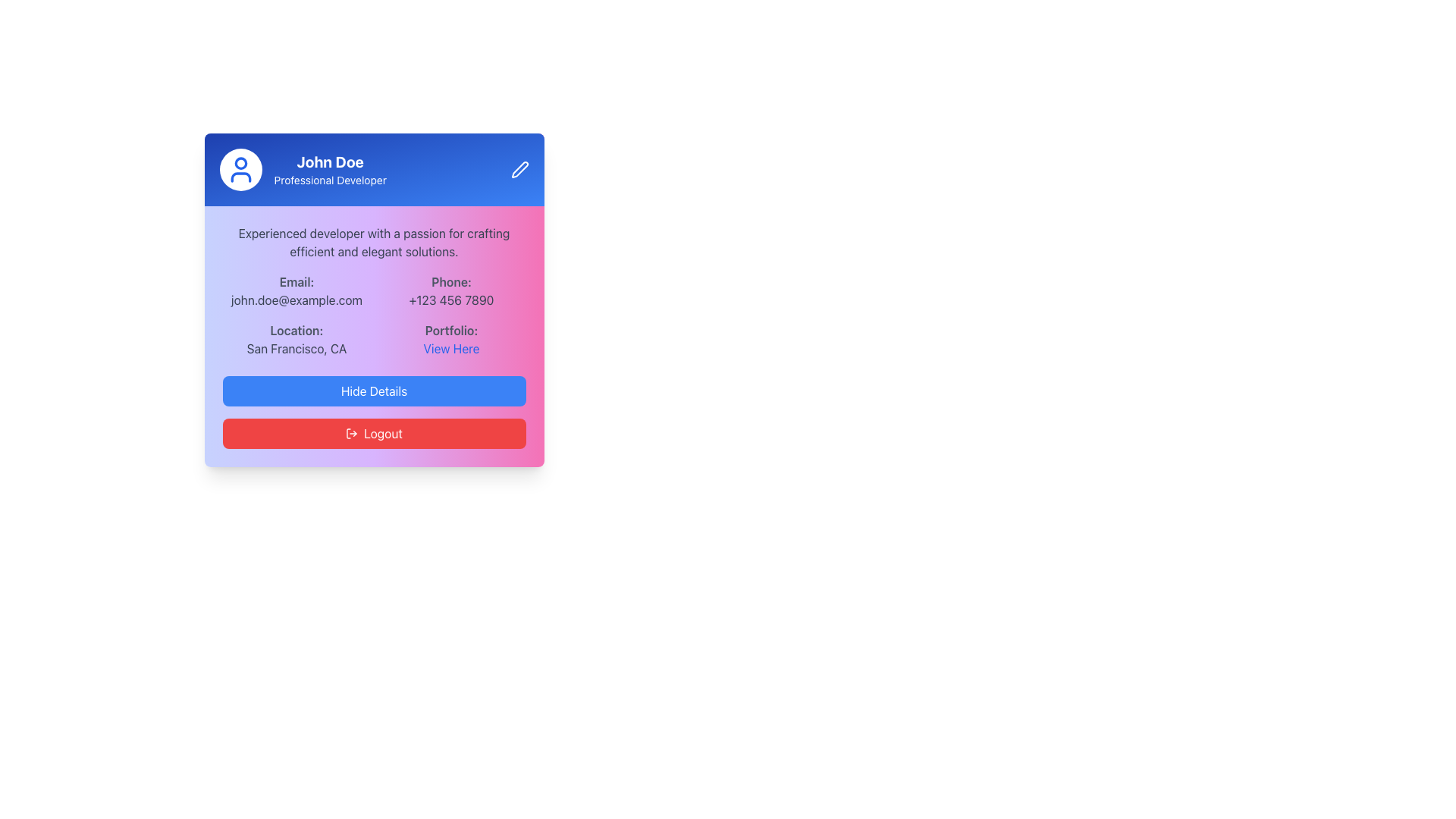 Image resolution: width=1456 pixels, height=819 pixels. What do you see at coordinates (450, 291) in the screenshot?
I see `the static text information field displaying the phone number, which is located in the right column of a two-column layout, above the 'Portfolio:' element and vertically aligned with the 'Email:' element` at bounding box center [450, 291].